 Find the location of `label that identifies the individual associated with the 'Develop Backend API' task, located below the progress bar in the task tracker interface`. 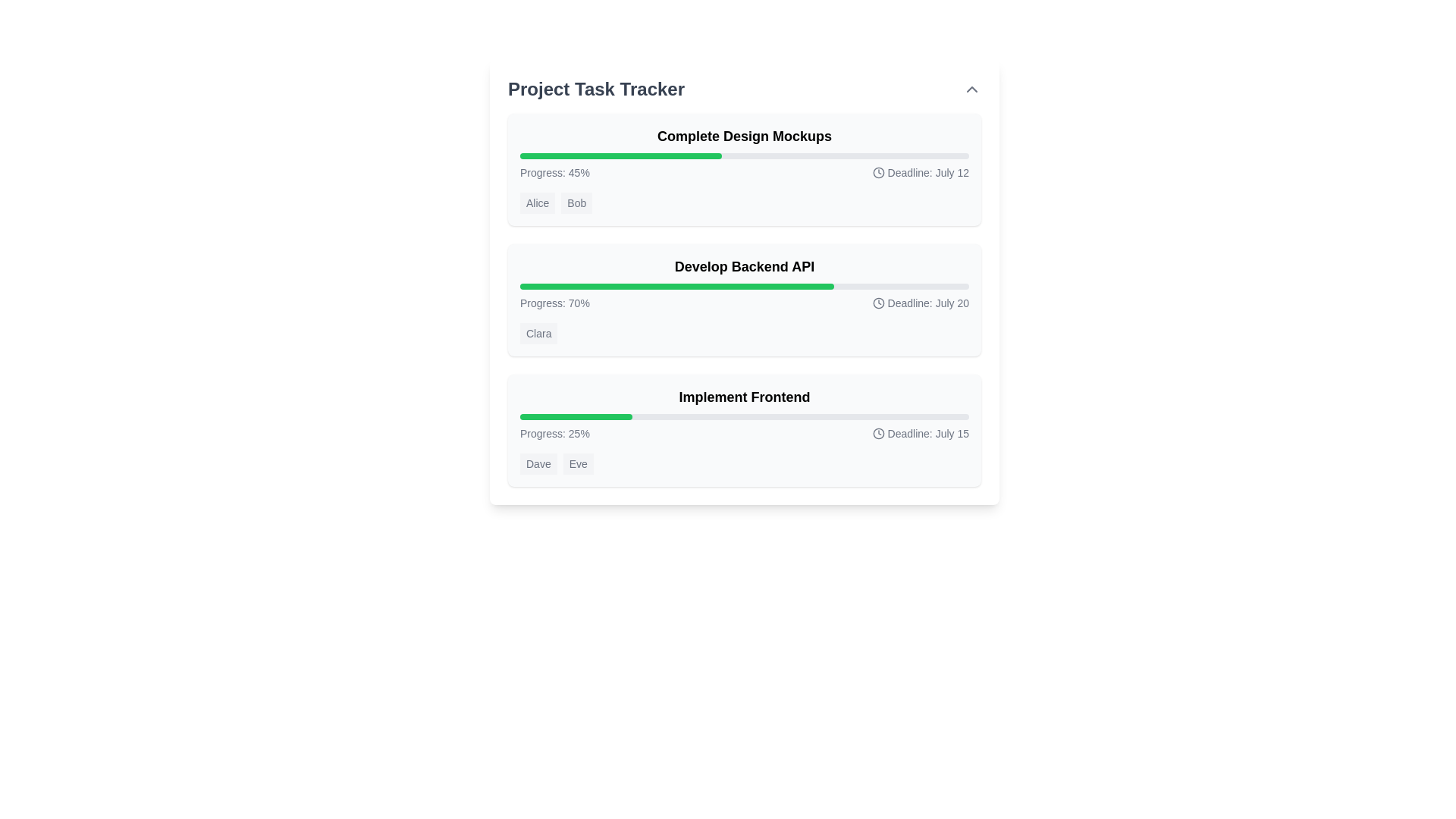

label that identifies the individual associated with the 'Develop Backend API' task, located below the progress bar in the task tracker interface is located at coordinates (538, 332).